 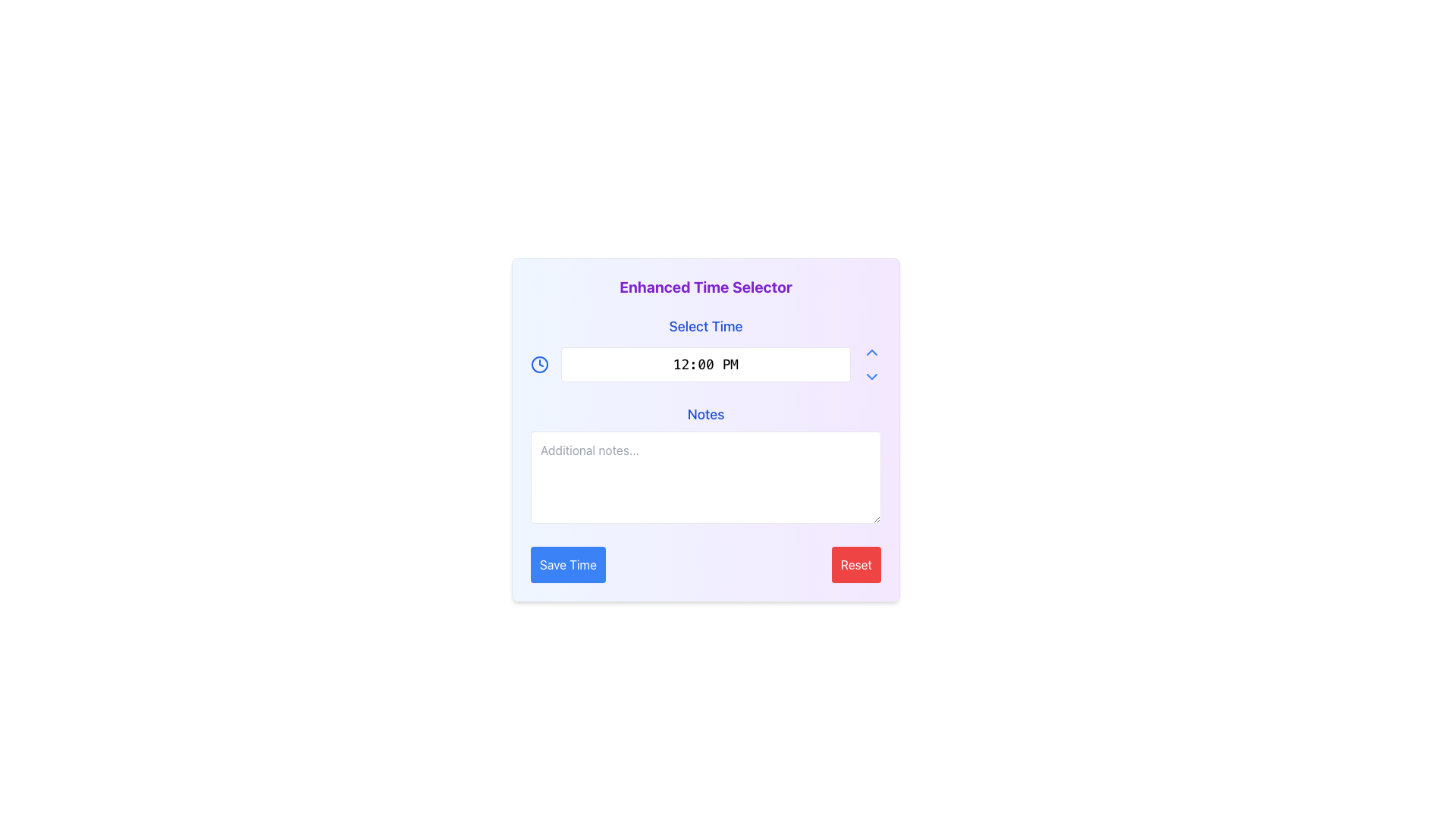 I want to click on the clock icon component located to the left of the 'Select Time' input field, so click(x=539, y=365).